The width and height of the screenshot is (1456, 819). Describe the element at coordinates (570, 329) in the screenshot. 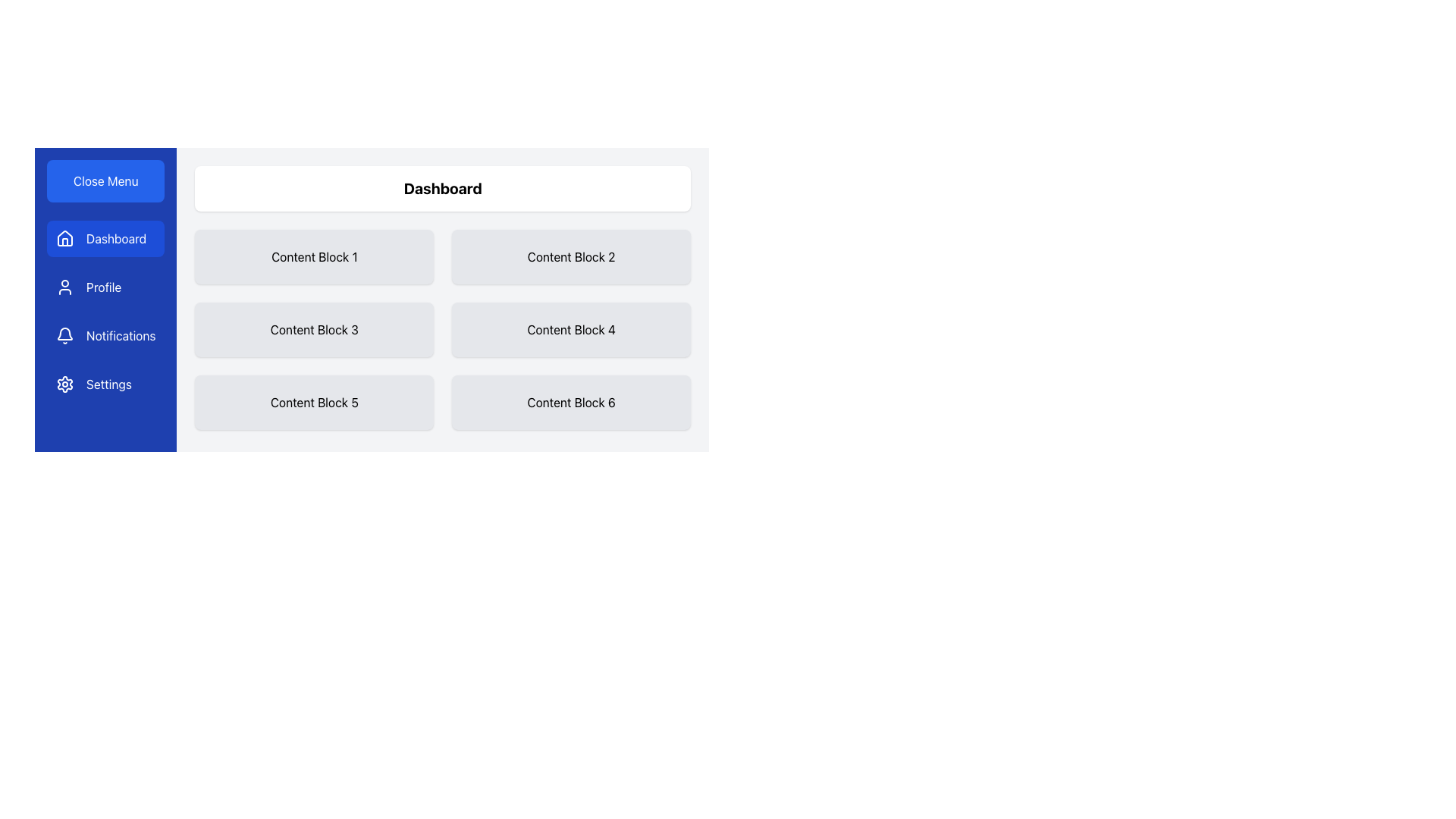

I see `the Content Block 4 element, which is a rectangular card with rounded corners and a gray background, displaying the text 'Content Block 4' in black at its center` at that location.